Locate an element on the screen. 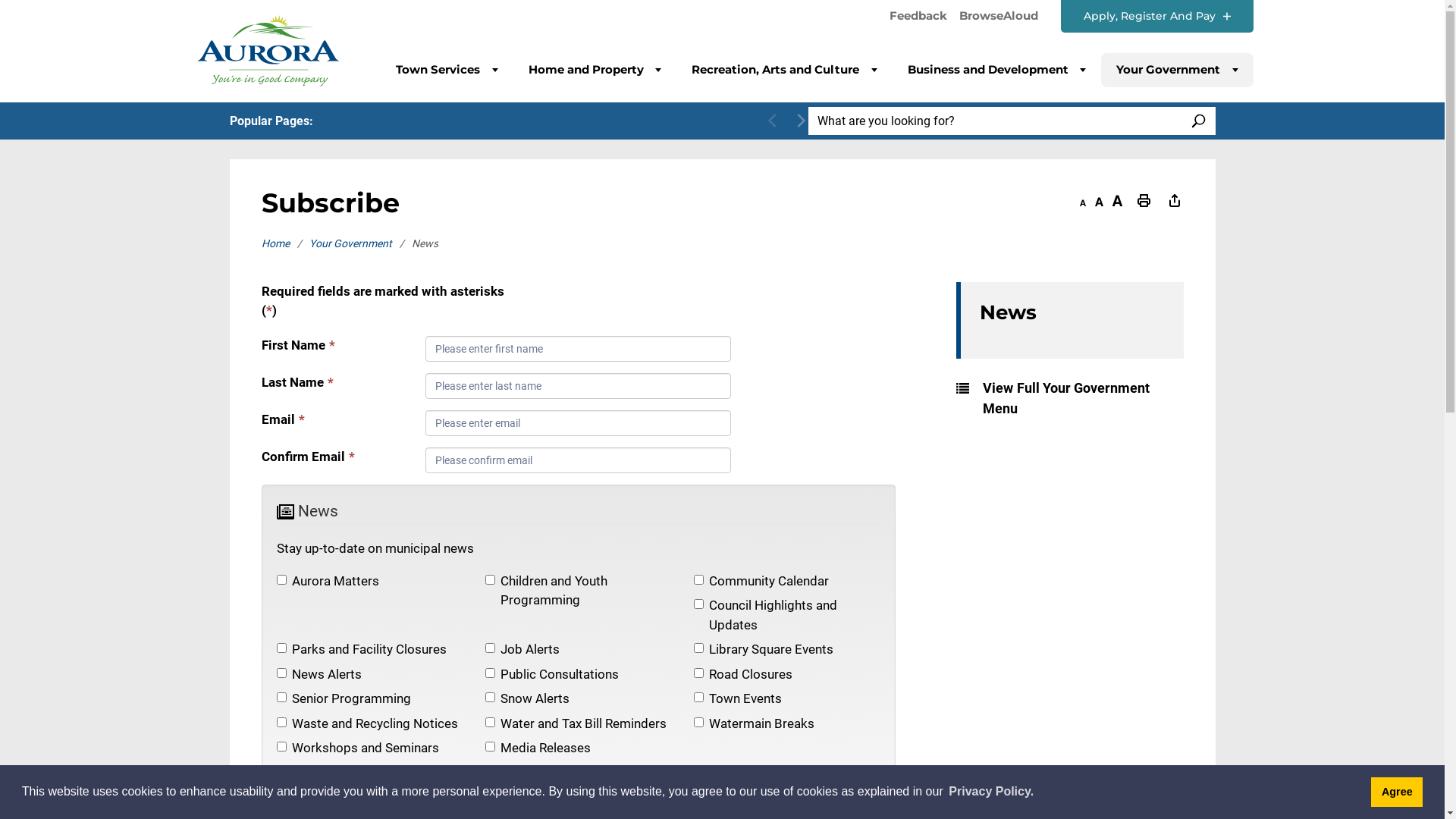 The height and width of the screenshot is (819, 1456). 'BrowseAloud' is located at coordinates (997, 20).